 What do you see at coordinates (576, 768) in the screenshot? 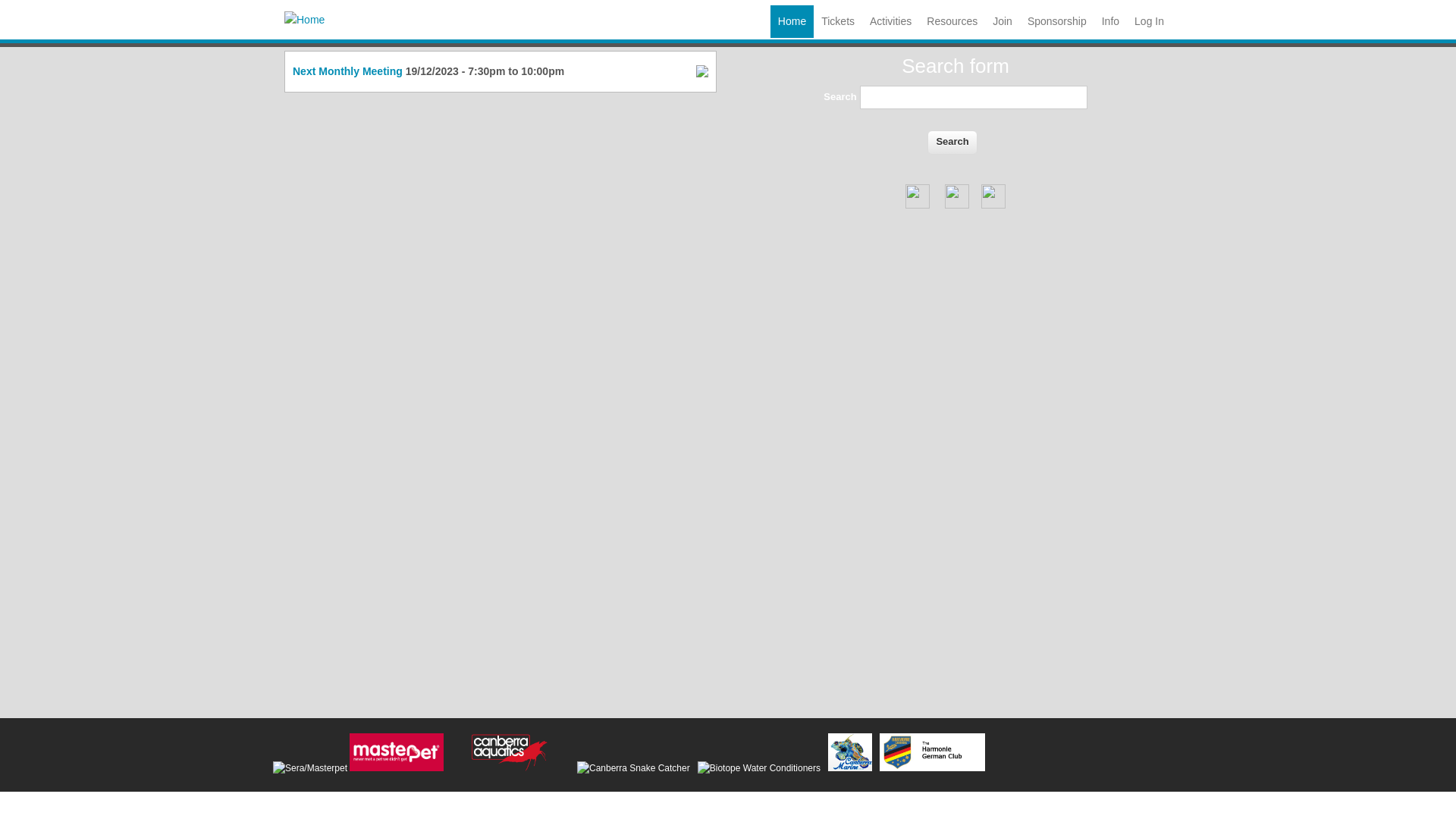
I see `'Canberra Snake Catcher'` at bounding box center [576, 768].